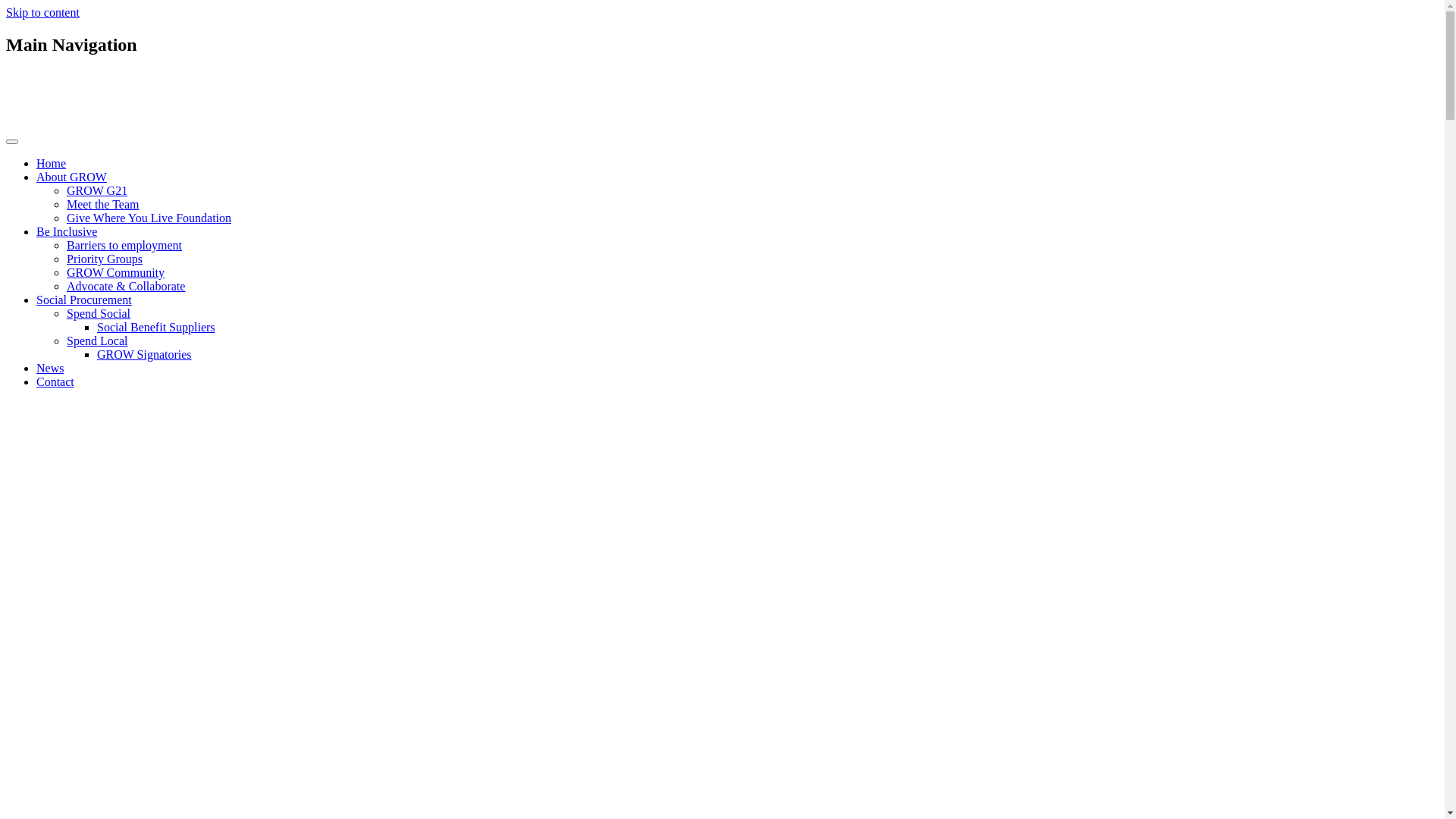  What do you see at coordinates (115, 271) in the screenshot?
I see `'GROW Community'` at bounding box center [115, 271].